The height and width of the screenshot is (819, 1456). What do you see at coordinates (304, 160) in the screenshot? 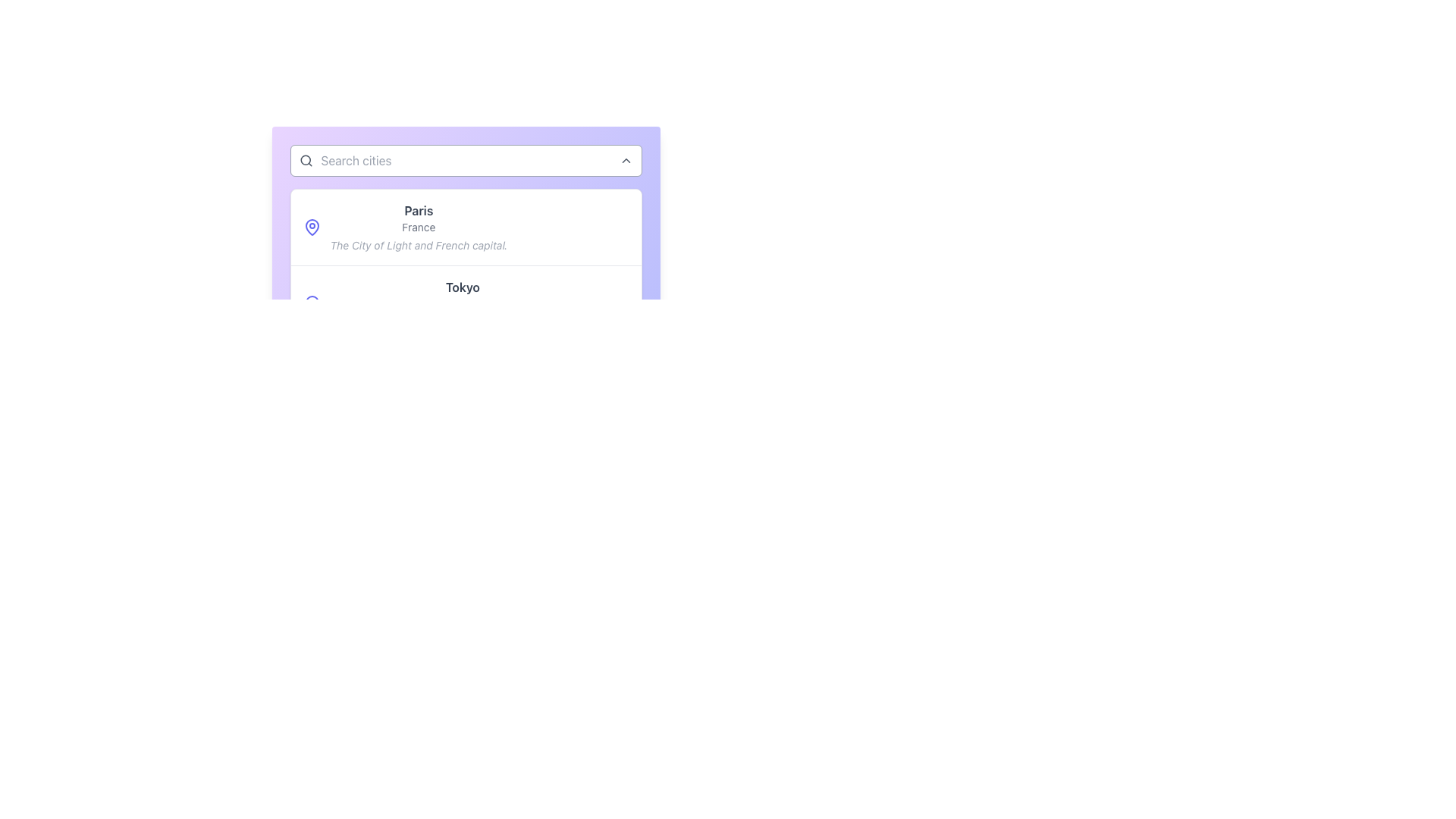
I see `the interactive SVG Circle representing the lens of the magnifying glass in the search icon located on the left side of the search input field` at bounding box center [304, 160].